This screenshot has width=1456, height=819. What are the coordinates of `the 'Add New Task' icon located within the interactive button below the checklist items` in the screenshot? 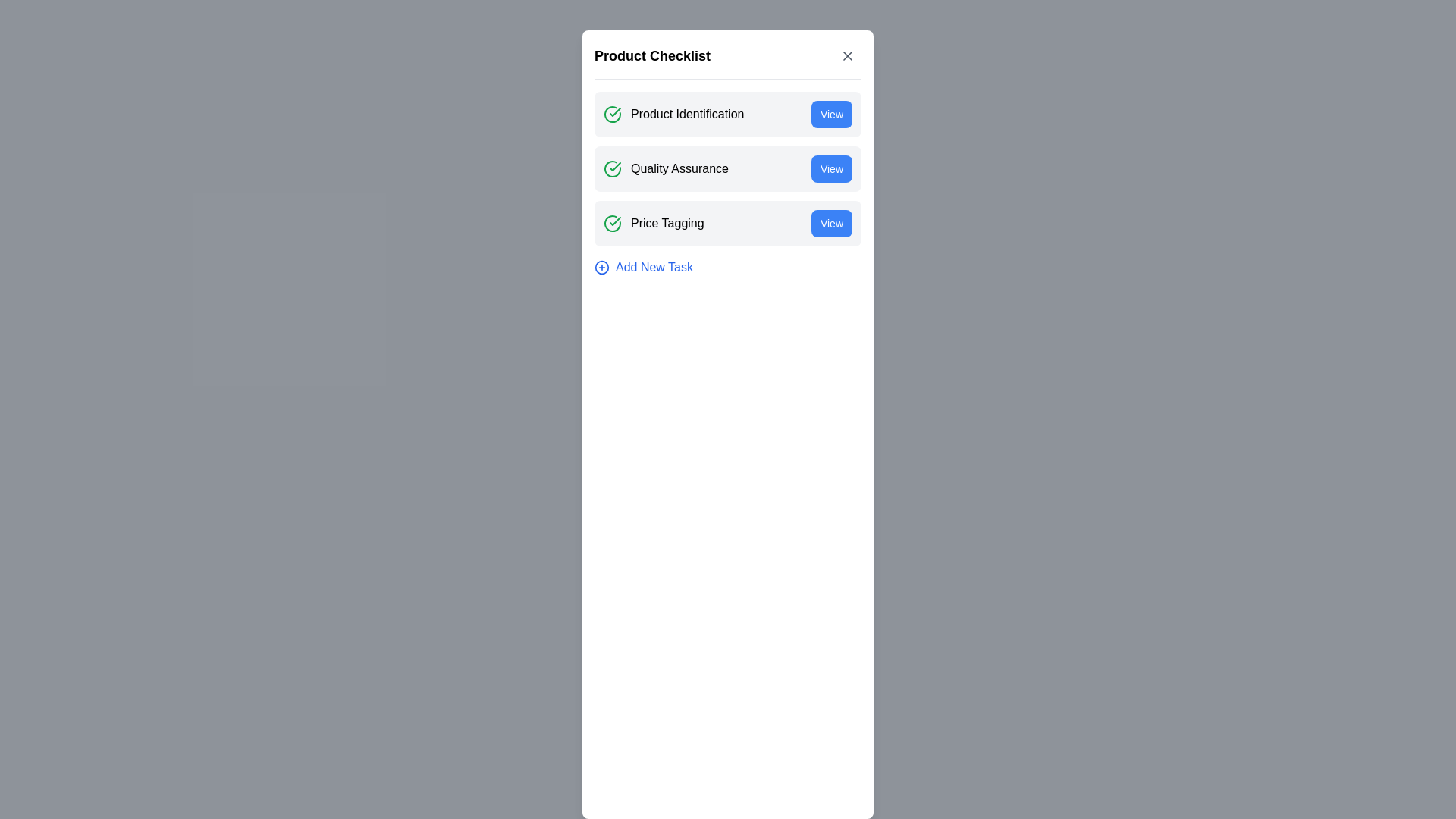 It's located at (601, 267).